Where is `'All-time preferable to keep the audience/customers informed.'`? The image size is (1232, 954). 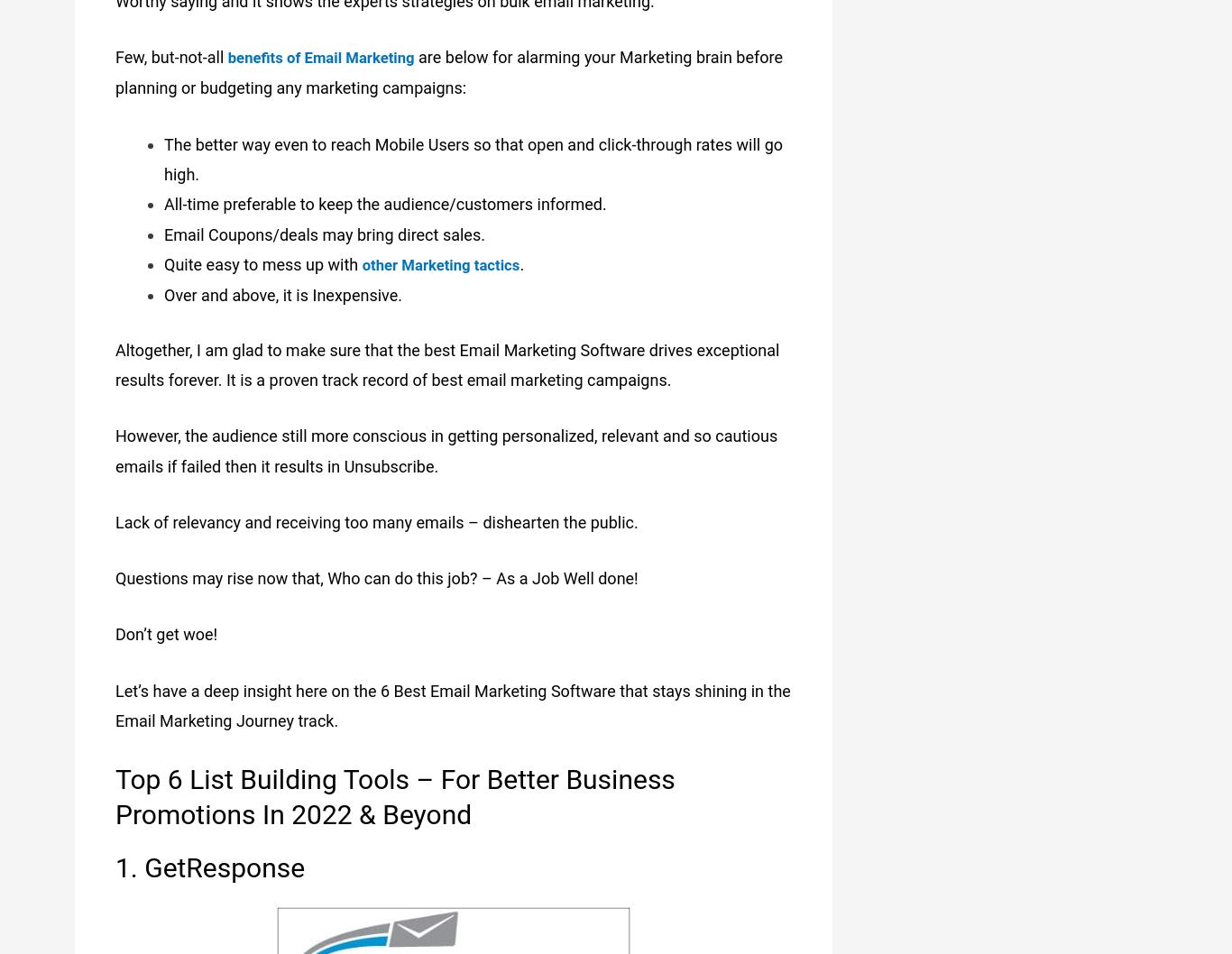 'All-time preferable to keep the audience/customers informed.' is located at coordinates (384, 202).